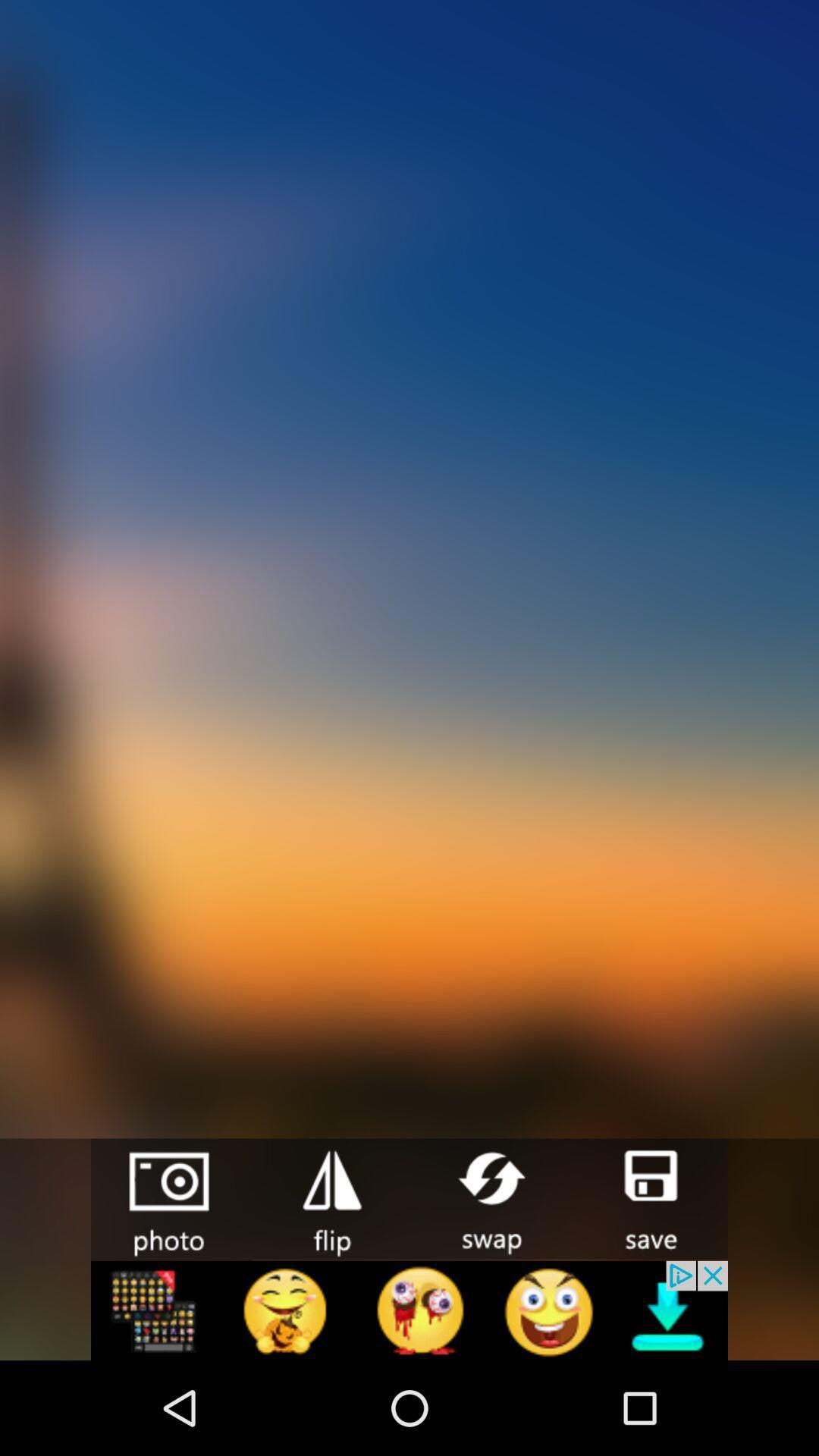  Describe the element at coordinates (409, 1310) in the screenshot. I see `advertisement` at that location.